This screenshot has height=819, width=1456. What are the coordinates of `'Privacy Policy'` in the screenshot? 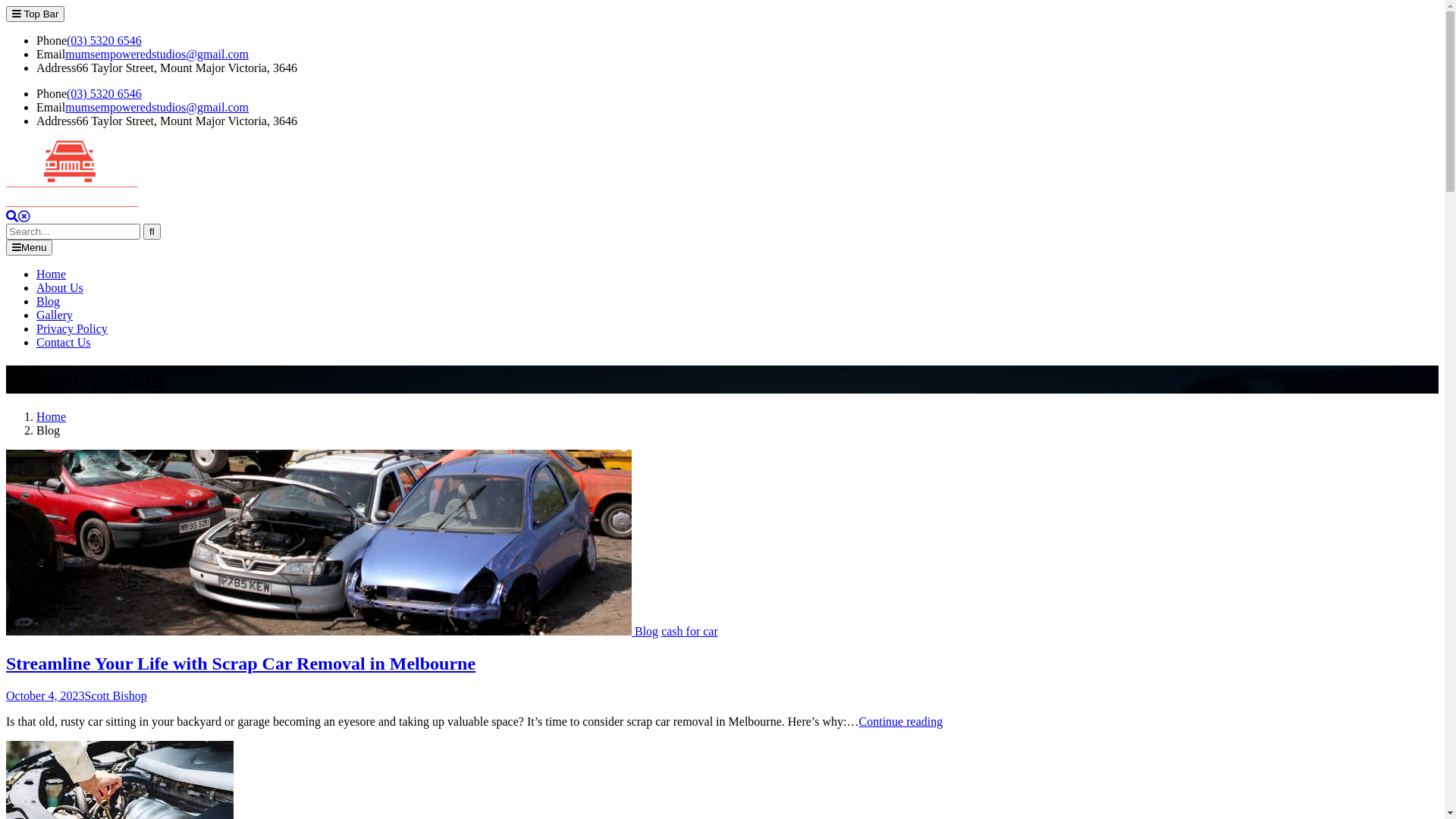 It's located at (71, 328).